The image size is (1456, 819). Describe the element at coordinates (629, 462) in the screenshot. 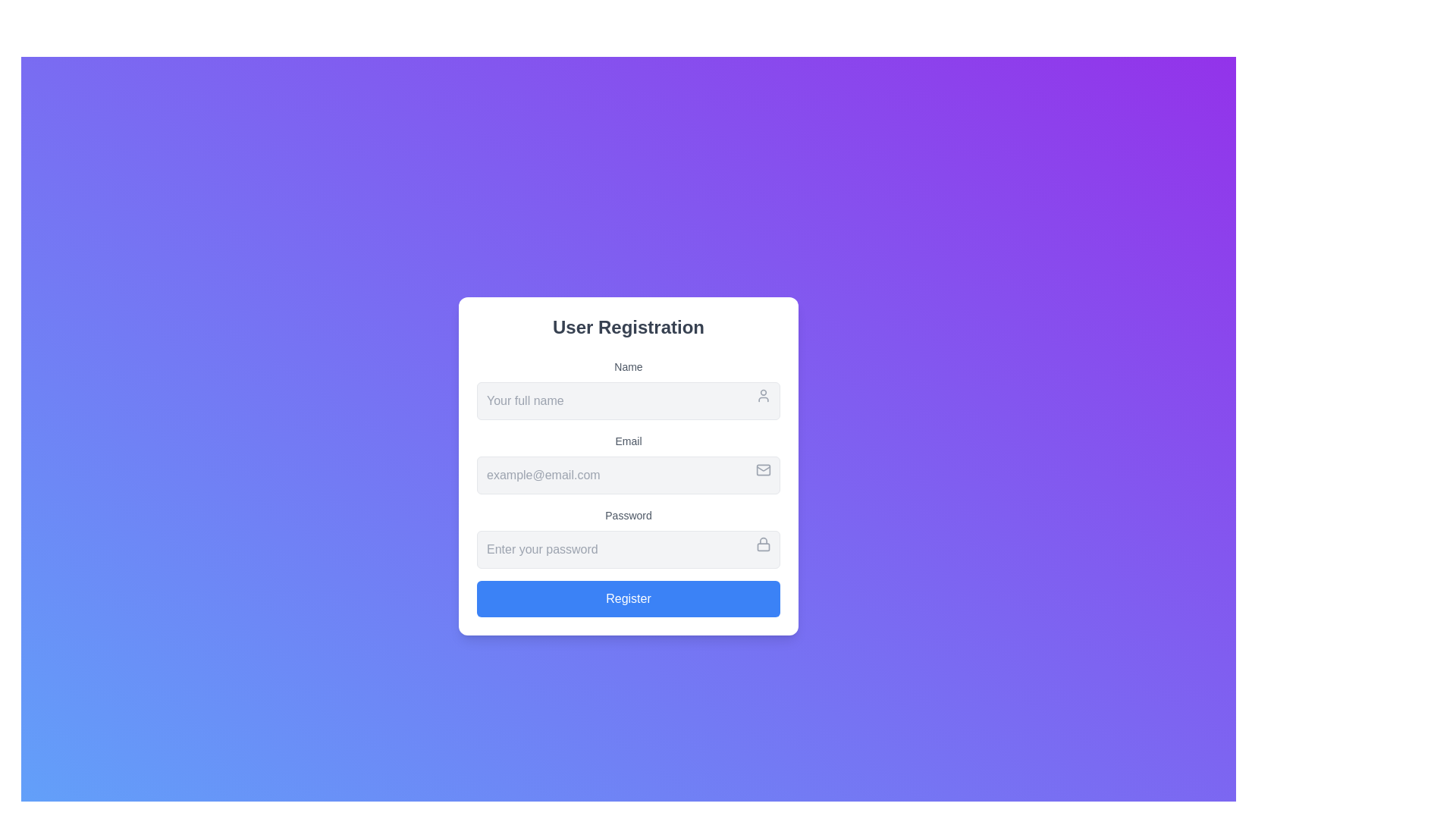

I see `the Email input field located below the Name input field to focus on it` at that location.